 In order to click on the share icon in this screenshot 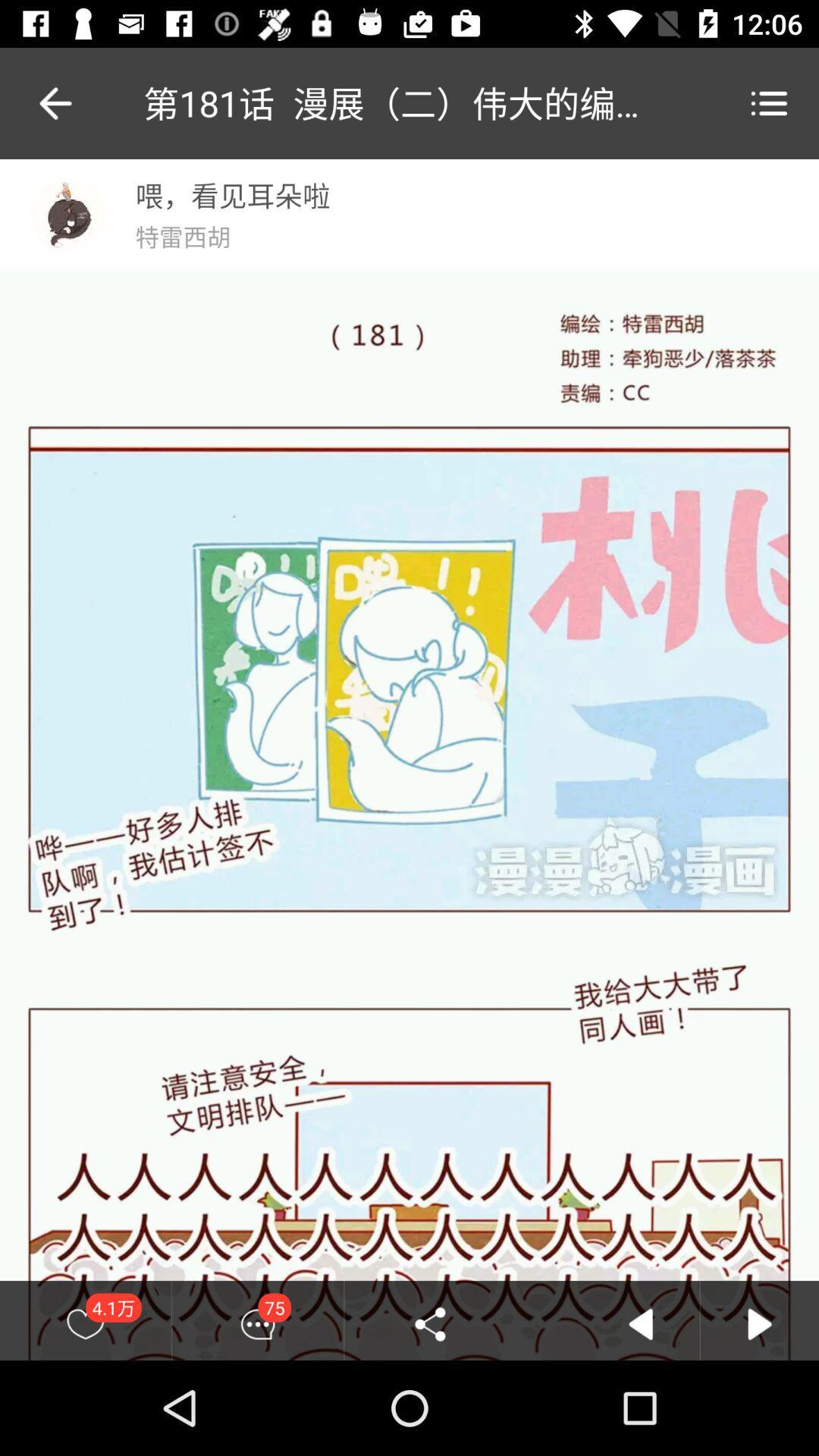, I will do `click(430, 1323)`.